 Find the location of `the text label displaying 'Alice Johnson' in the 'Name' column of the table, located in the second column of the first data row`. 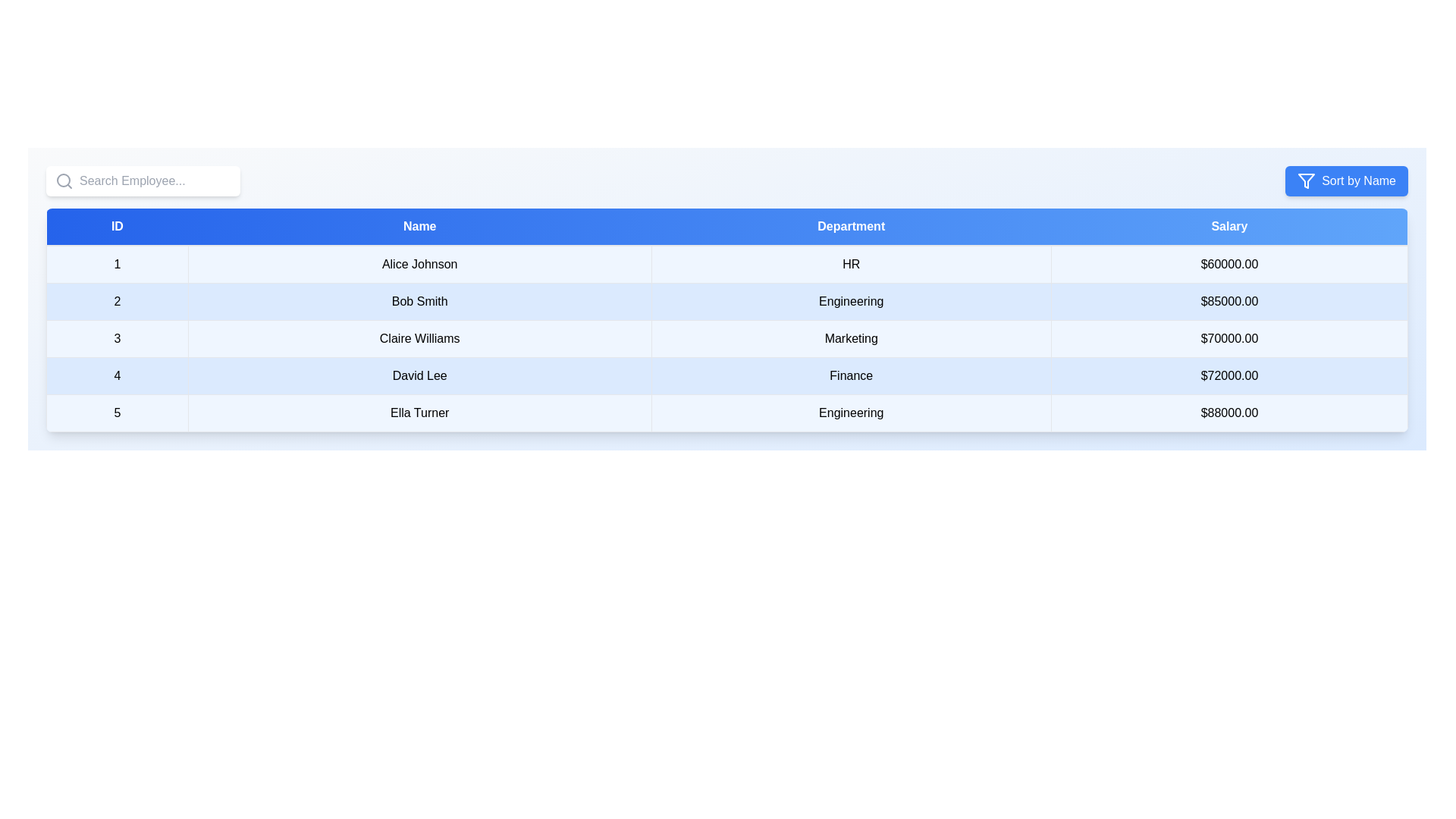

the text label displaying 'Alice Johnson' in the 'Name' column of the table, located in the second column of the first data row is located at coordinates (419, 263).